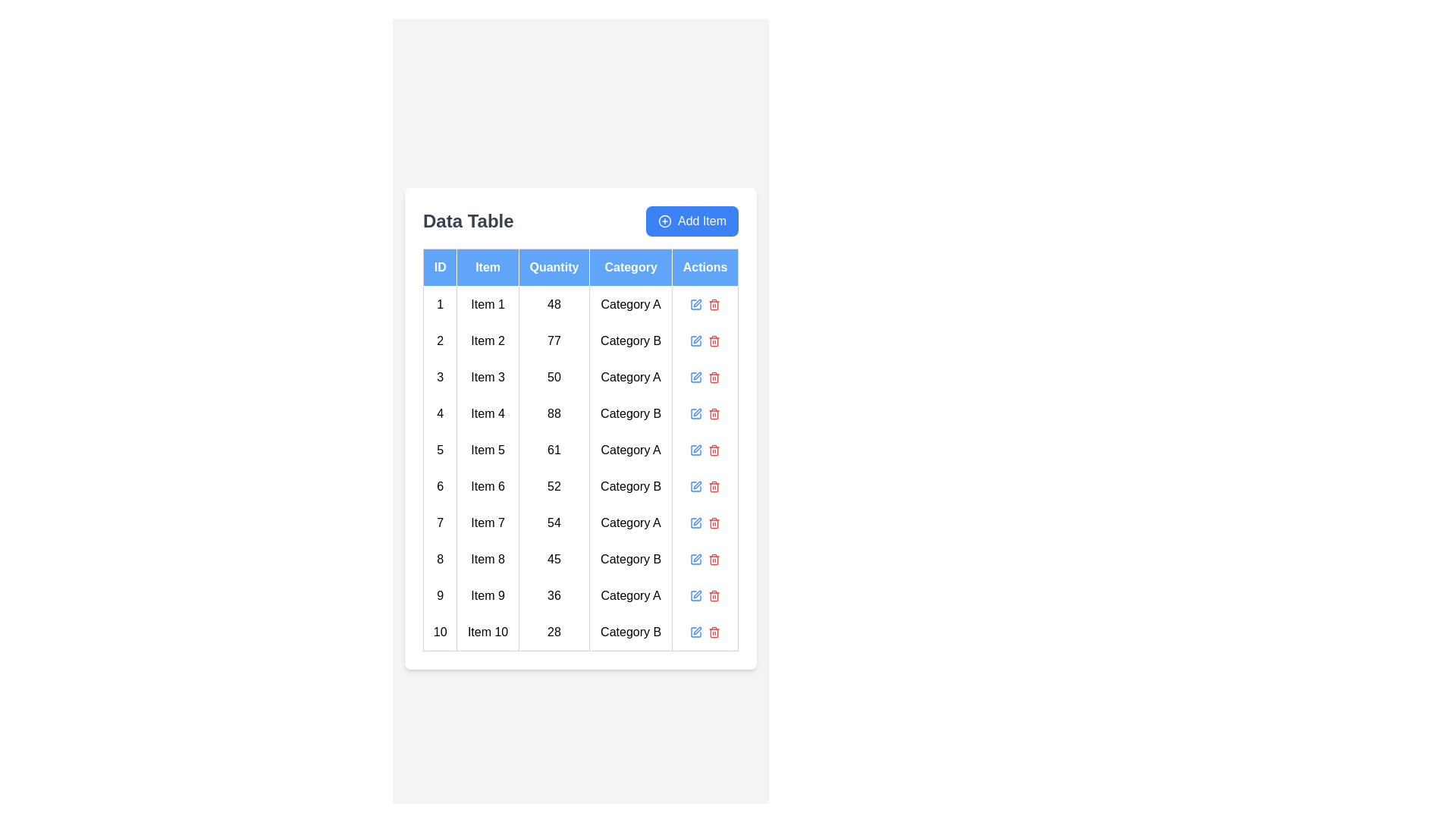 This screenshot has height=819, width=1456. What do you see at coordinates (714, 559) in the screenshot?
I see `the delete button in the 'Actions' column of the second row corresponding to 'Item 8'` at bounding box center [714, 559].